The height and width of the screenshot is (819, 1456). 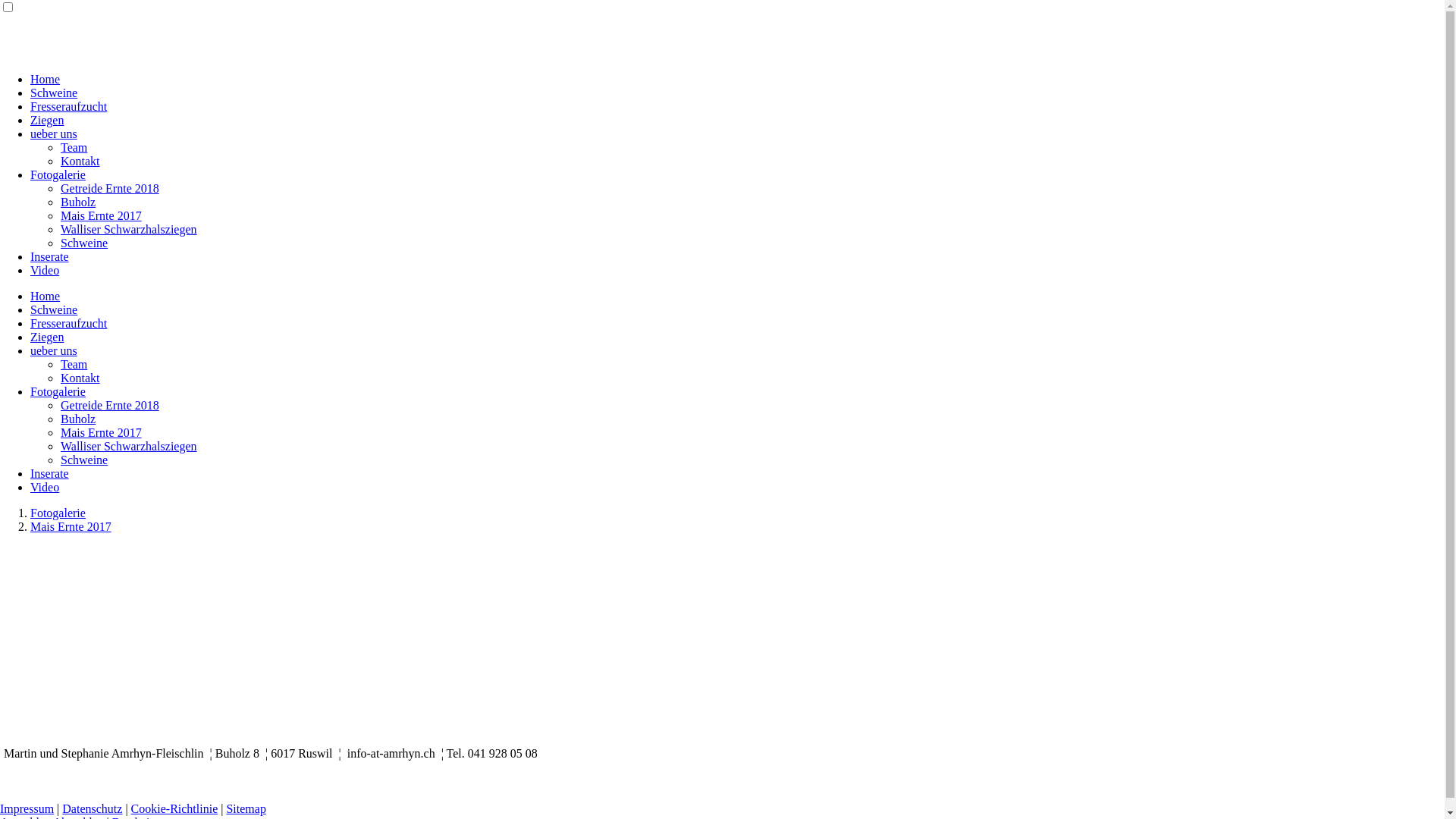 What do you see at coordinates (246, 808) in the screenshot?
I see `'Sitemap'` at bounding box center [246, 808].